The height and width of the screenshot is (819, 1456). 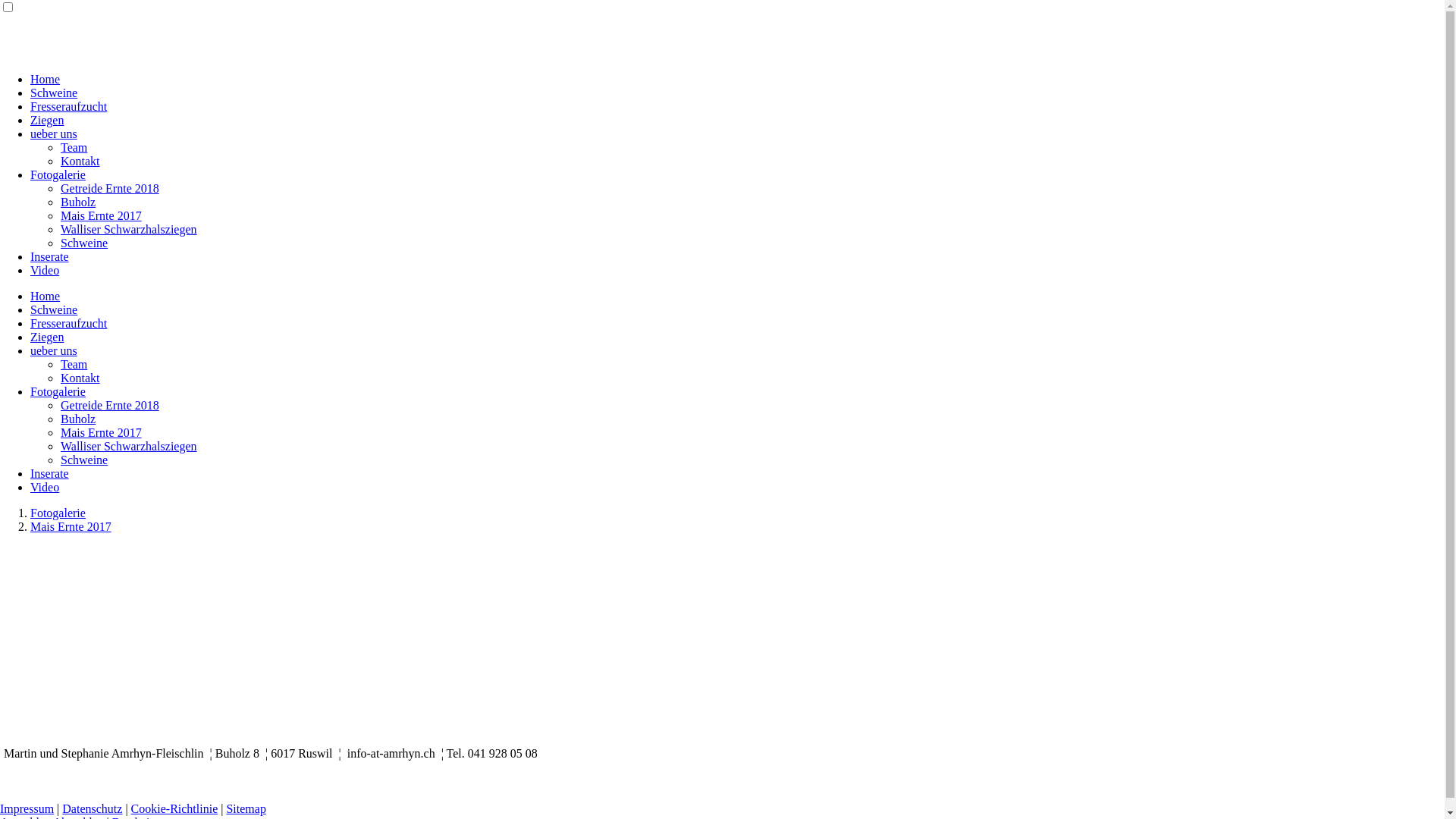 What do you see at coordinates (246, 808) in the screenshot?
I see `'Sitemap'` at bounding box center [246, 808].